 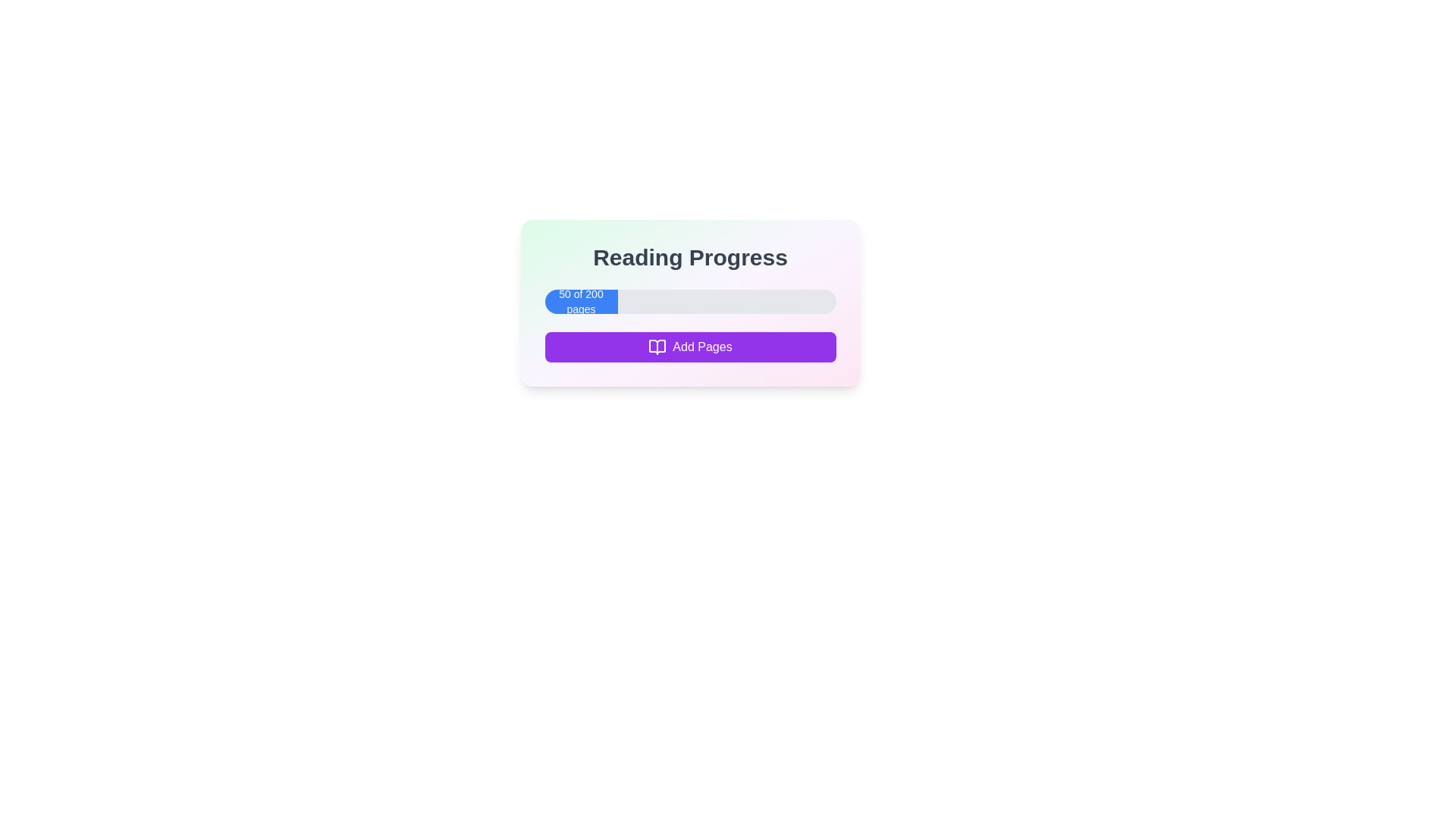 I want to click on the open book icon with a purple outline that is part of the 'Add Pages' button located beneath the progress bar in the 'Reading Progress' card, so click(x=657, y=347).